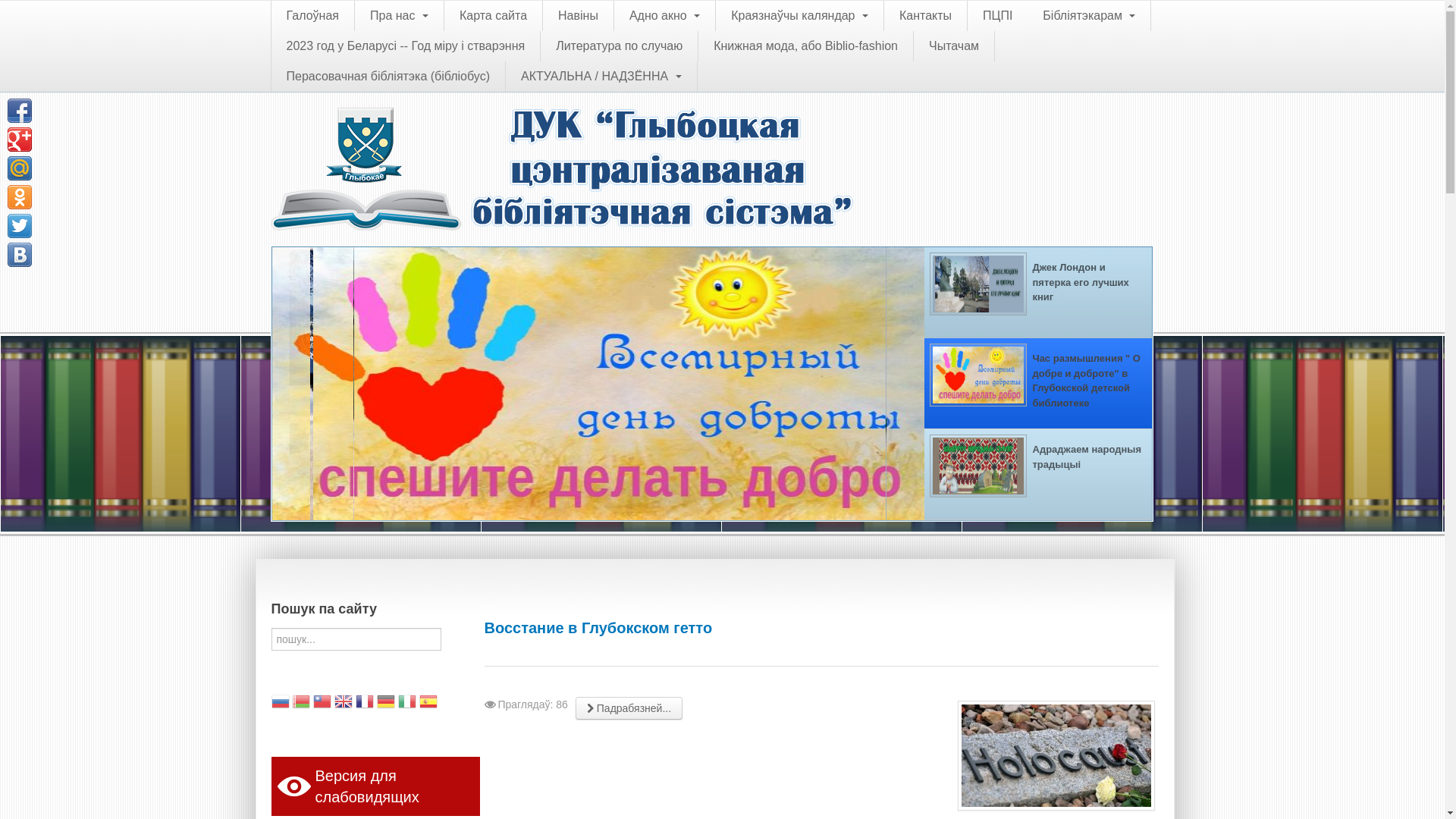 This screenshot has width=1456, height=819. What do you see at coordinates (428, 703) in the screenshot?
I see `'Spanish'` at bounding box center [428, 703].